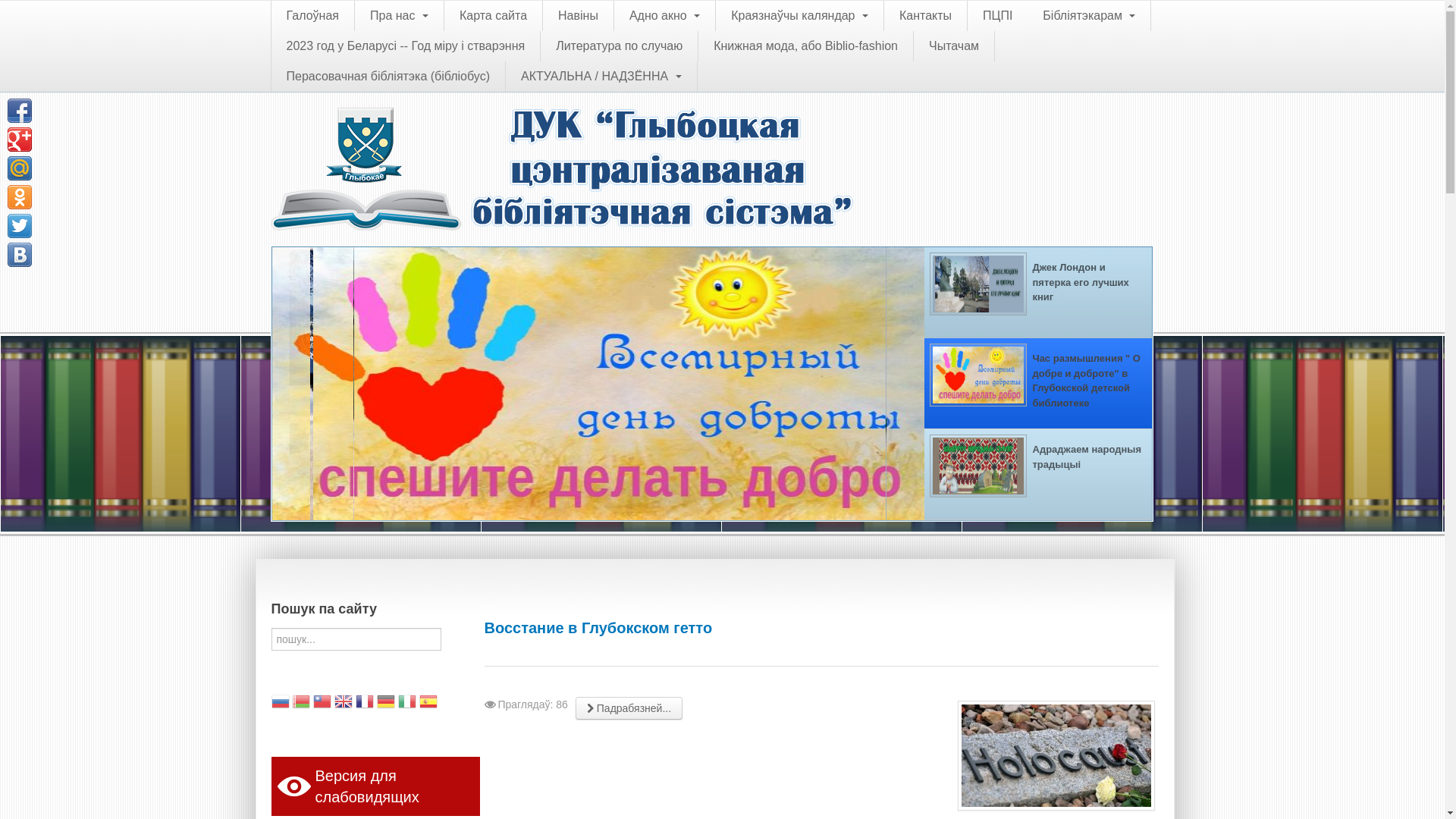 This screenshot has width=1456, height=819. What do you see at coordinates (428, 703) in the screenshot?
I see `'Spanish'` at bounding box center [428, 703].